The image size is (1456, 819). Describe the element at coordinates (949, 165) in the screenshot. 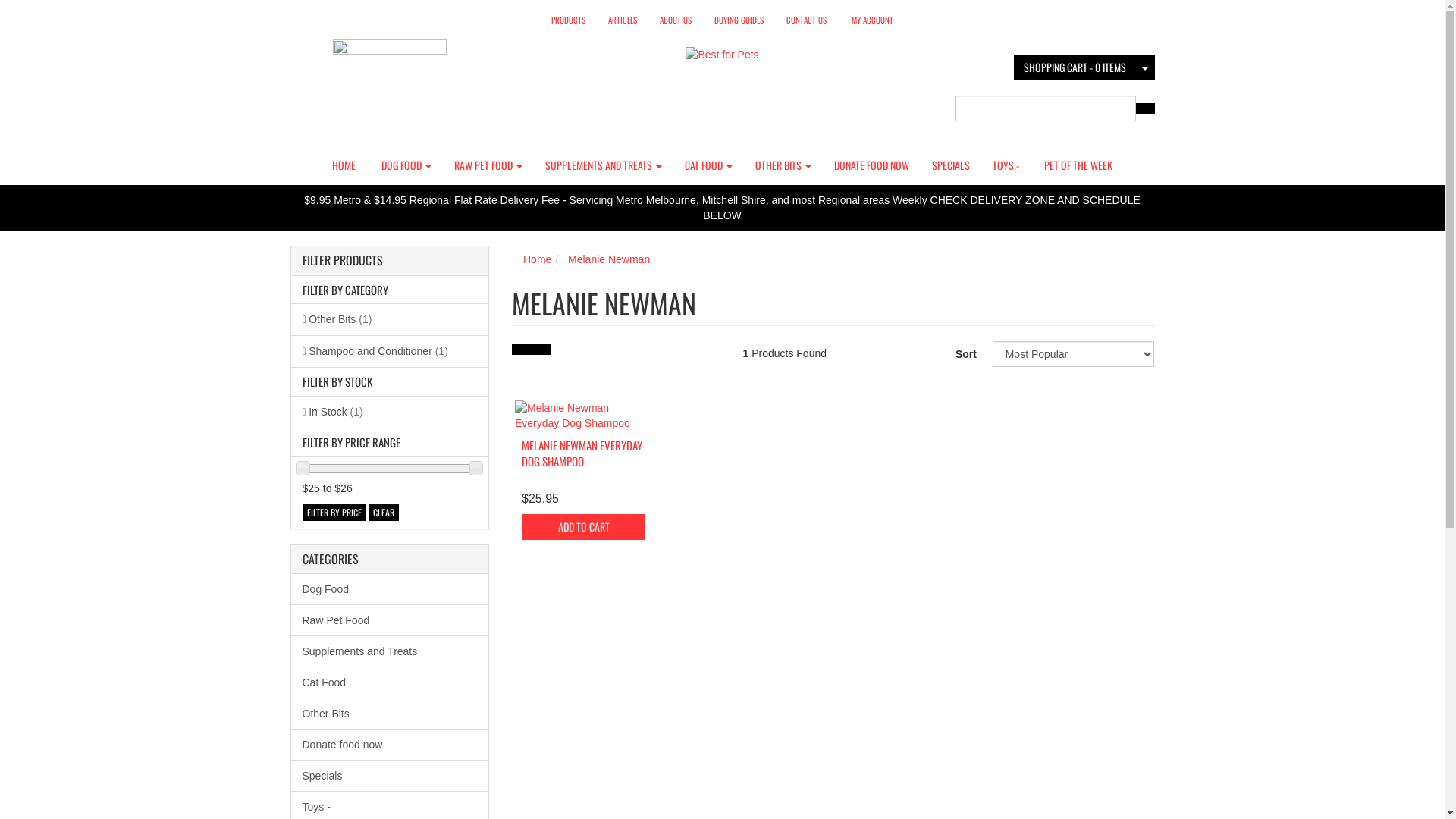

I see `'SPECIALS'` at that location.